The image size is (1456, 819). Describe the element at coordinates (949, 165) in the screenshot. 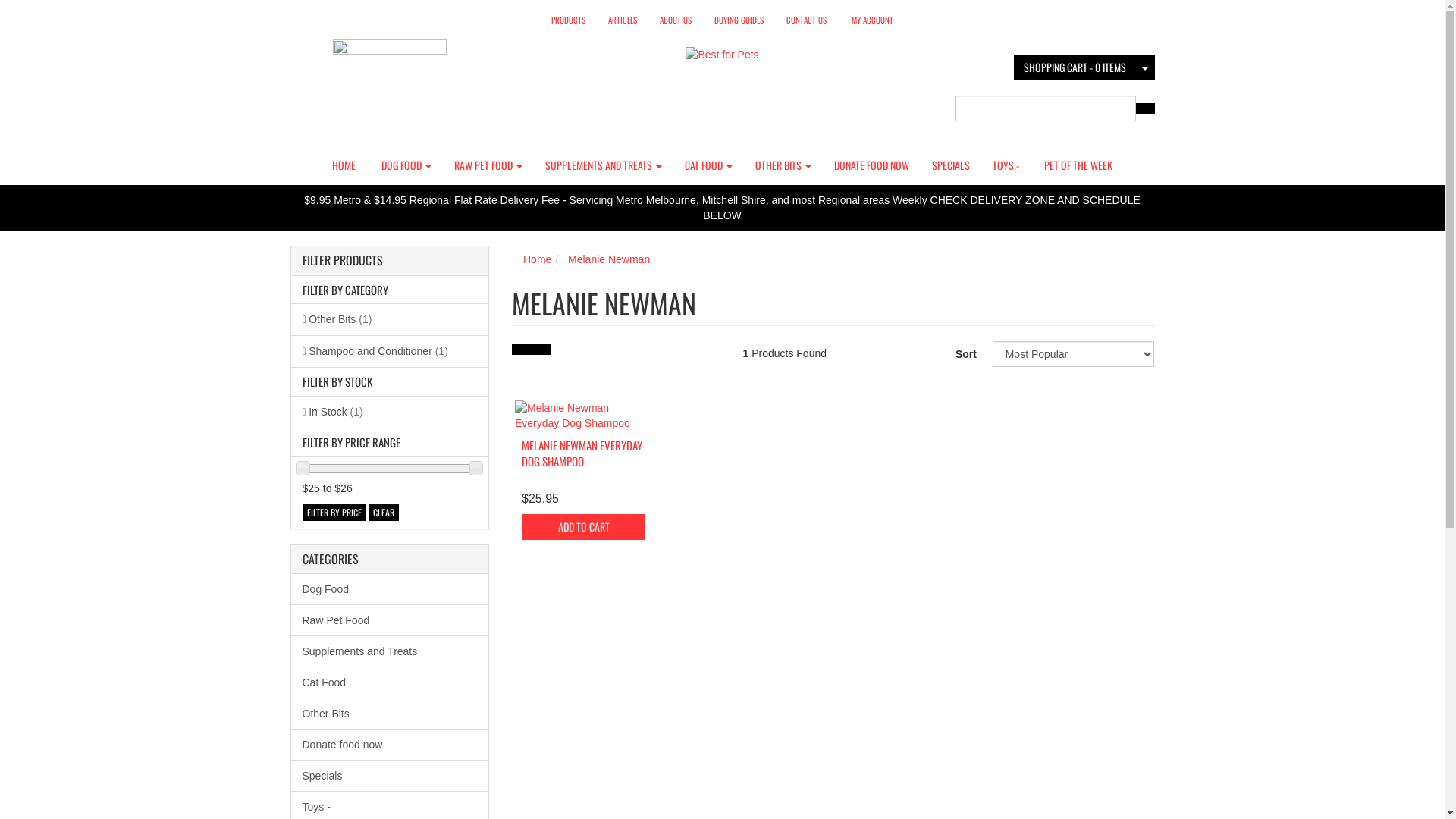

I see `'SPECIALS'` at that location.